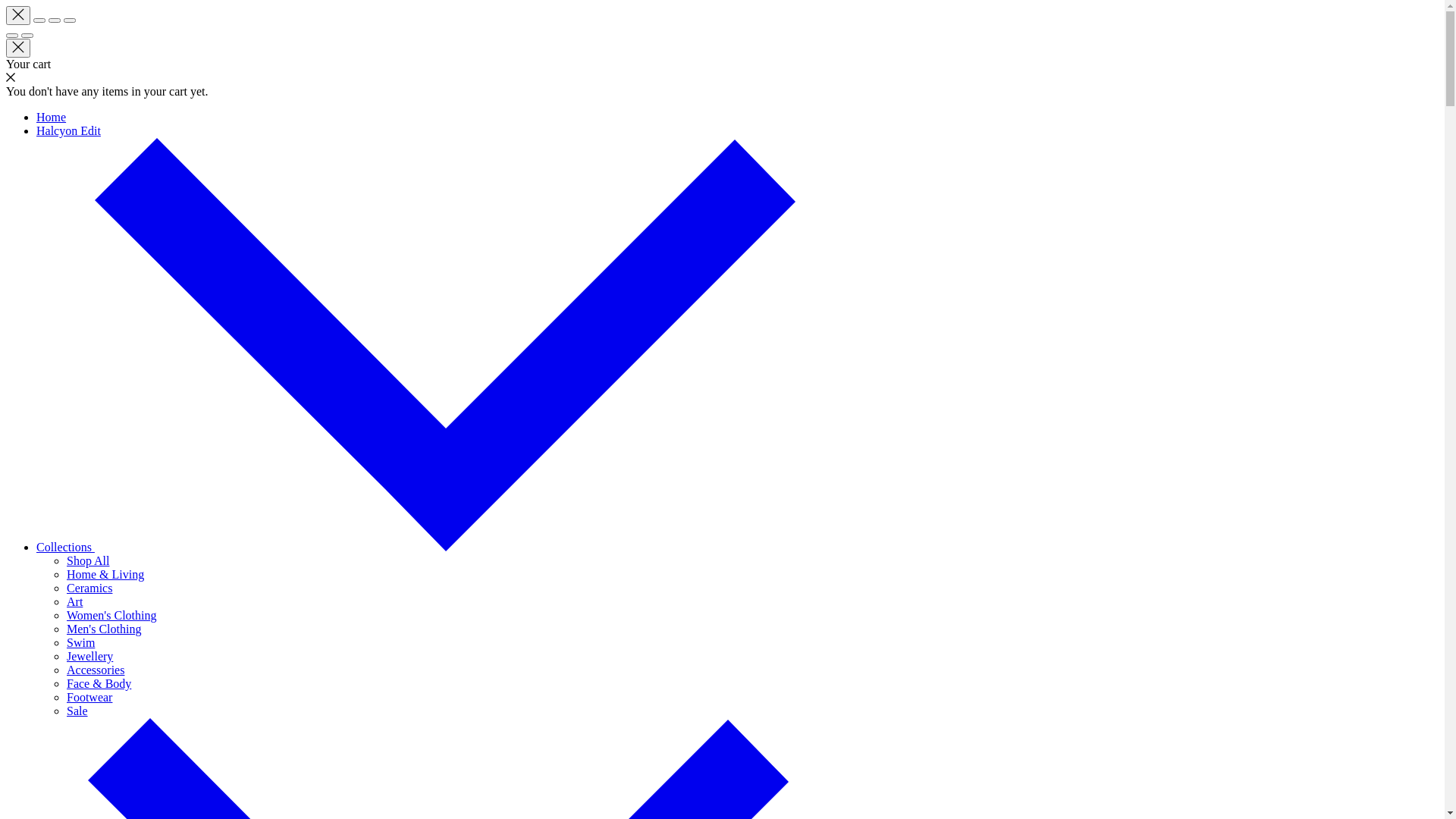 The width and height of the screenshot is (1456, 819). What do you see at coordinates (55, 20) in the screenshot?
I see `'Toggle fullscreen'` at bounding box center [55, 20].